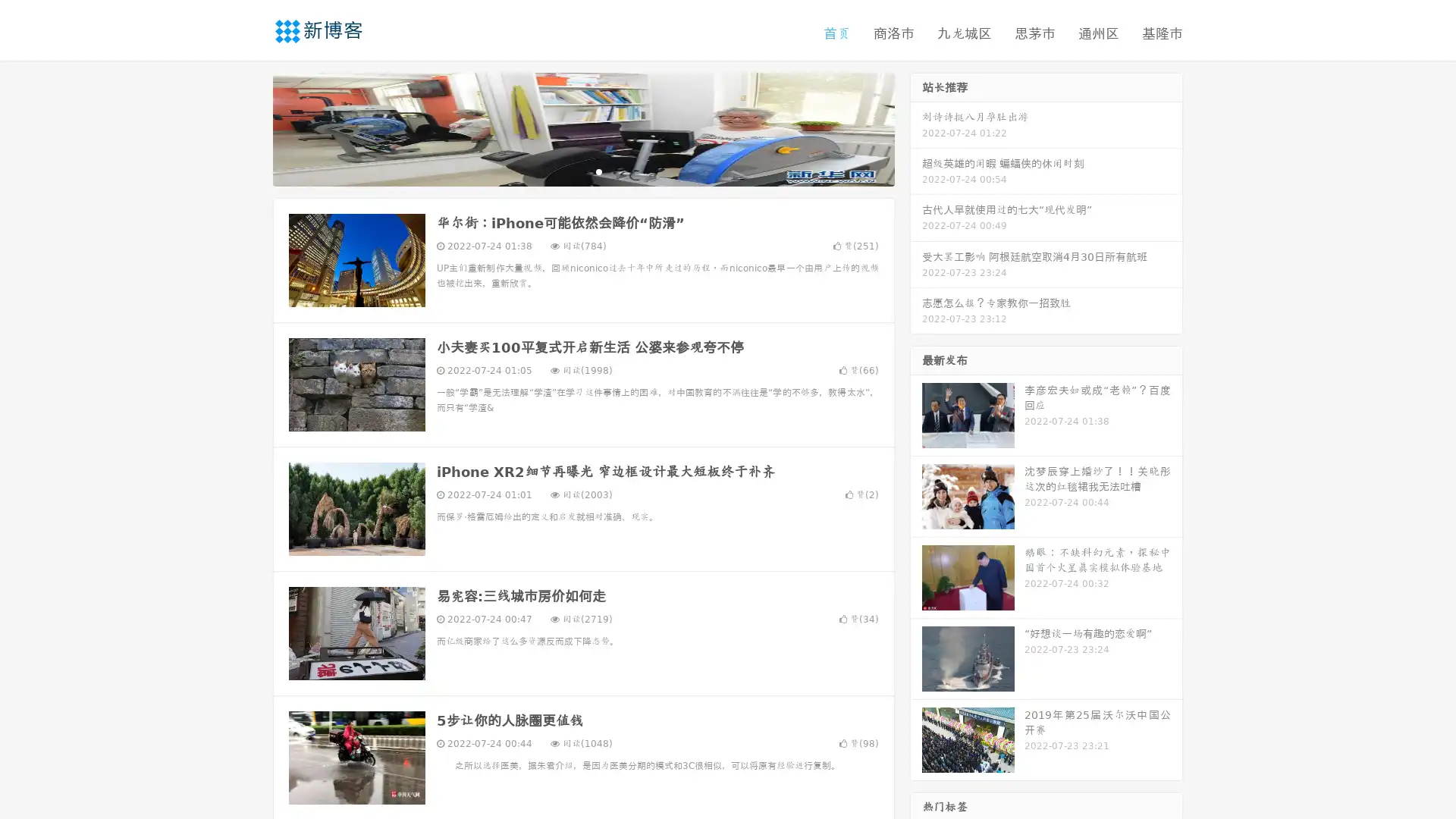  What do you see at coordinates (582, 171) in the screenshot?
I see `Go to slide 2` at bounding box center [582, 171].